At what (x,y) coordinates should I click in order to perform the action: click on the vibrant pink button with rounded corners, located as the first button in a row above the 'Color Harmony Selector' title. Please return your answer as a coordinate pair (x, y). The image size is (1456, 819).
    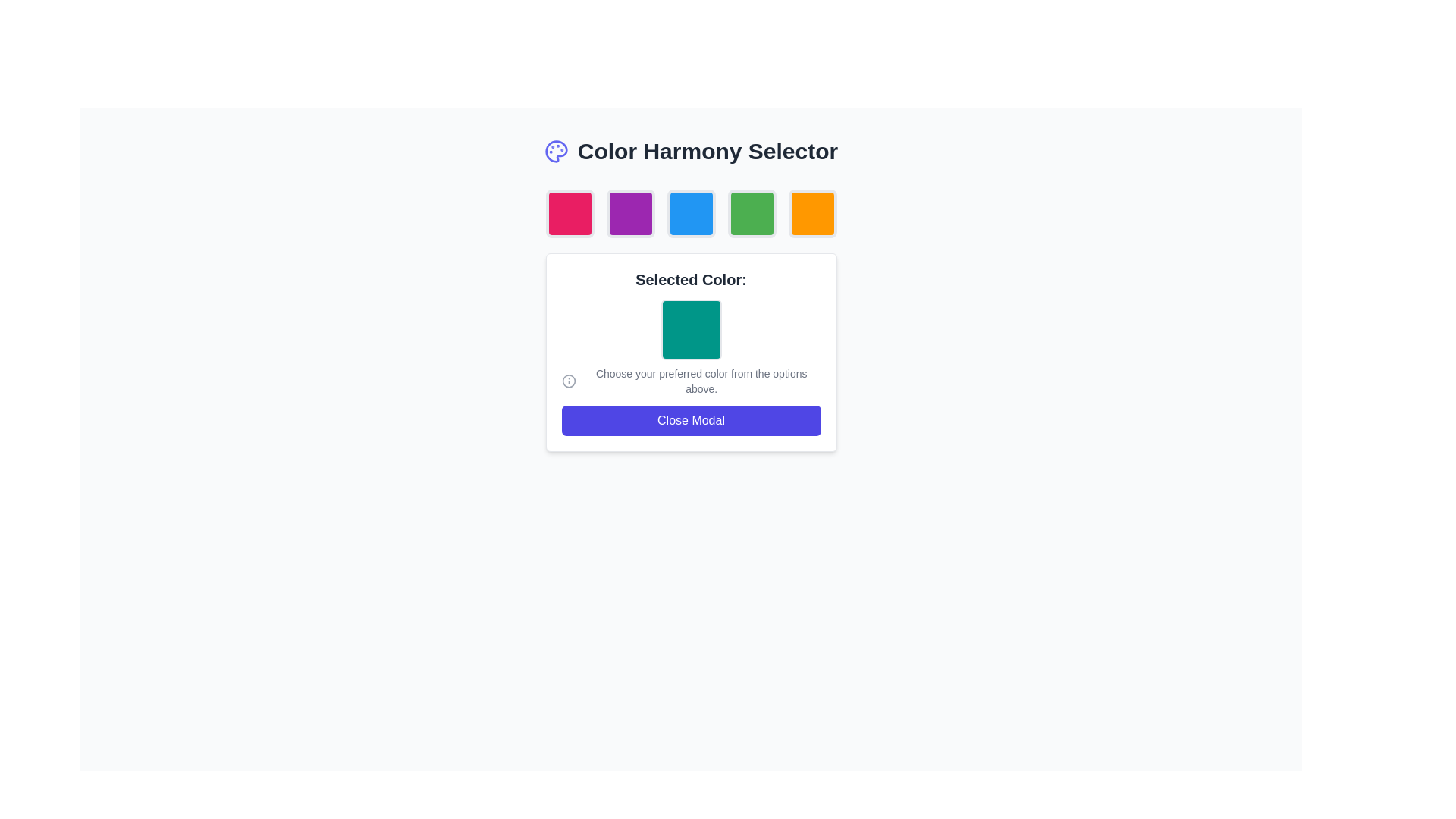
    Looking at the image, I should click on (569, 213).